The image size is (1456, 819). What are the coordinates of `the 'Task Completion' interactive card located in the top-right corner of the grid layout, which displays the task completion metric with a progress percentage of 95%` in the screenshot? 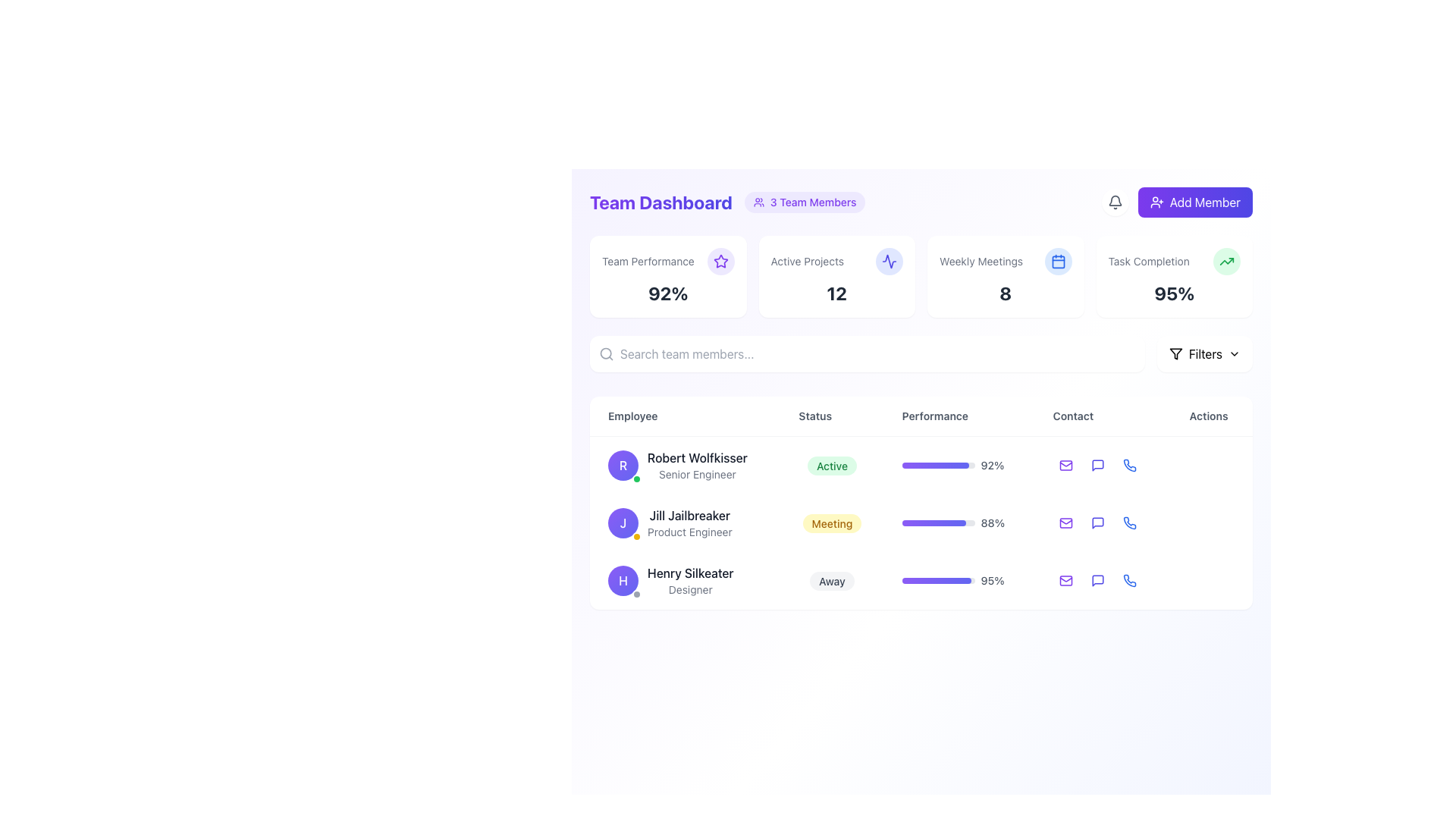 It's located at (1173, 277).